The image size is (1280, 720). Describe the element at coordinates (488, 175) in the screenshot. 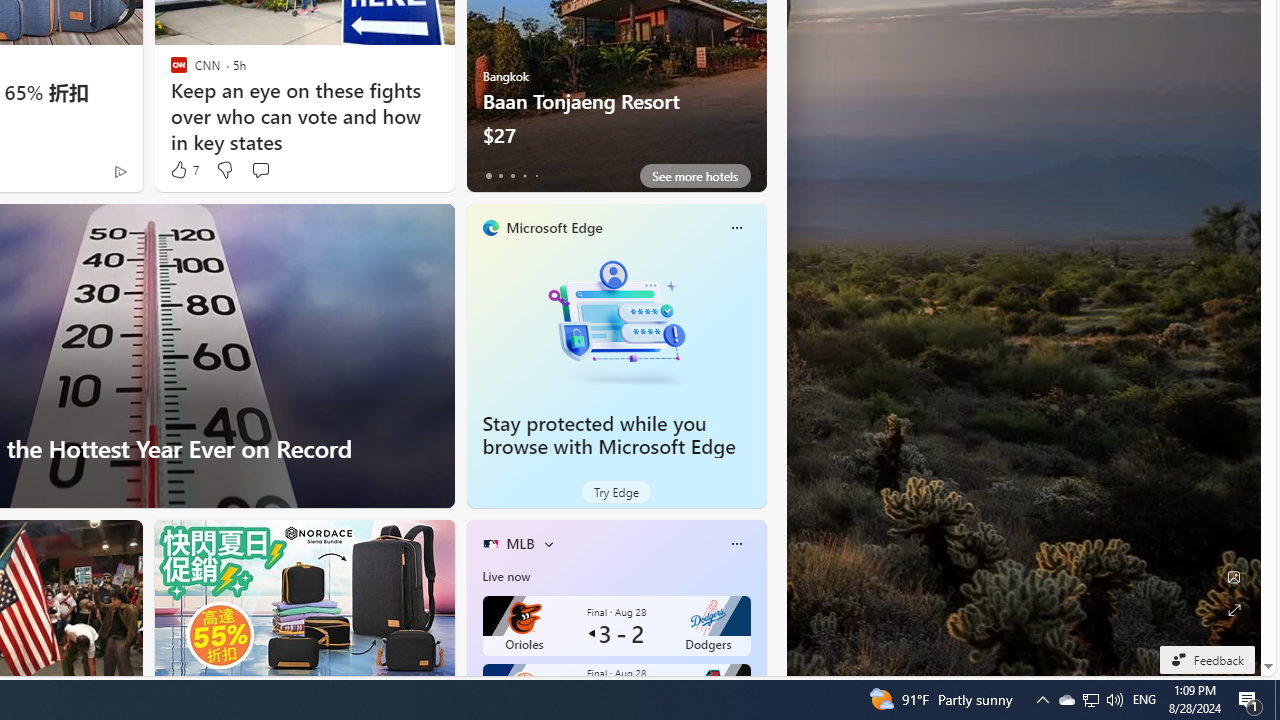

I see `'tab-0'` at that location.